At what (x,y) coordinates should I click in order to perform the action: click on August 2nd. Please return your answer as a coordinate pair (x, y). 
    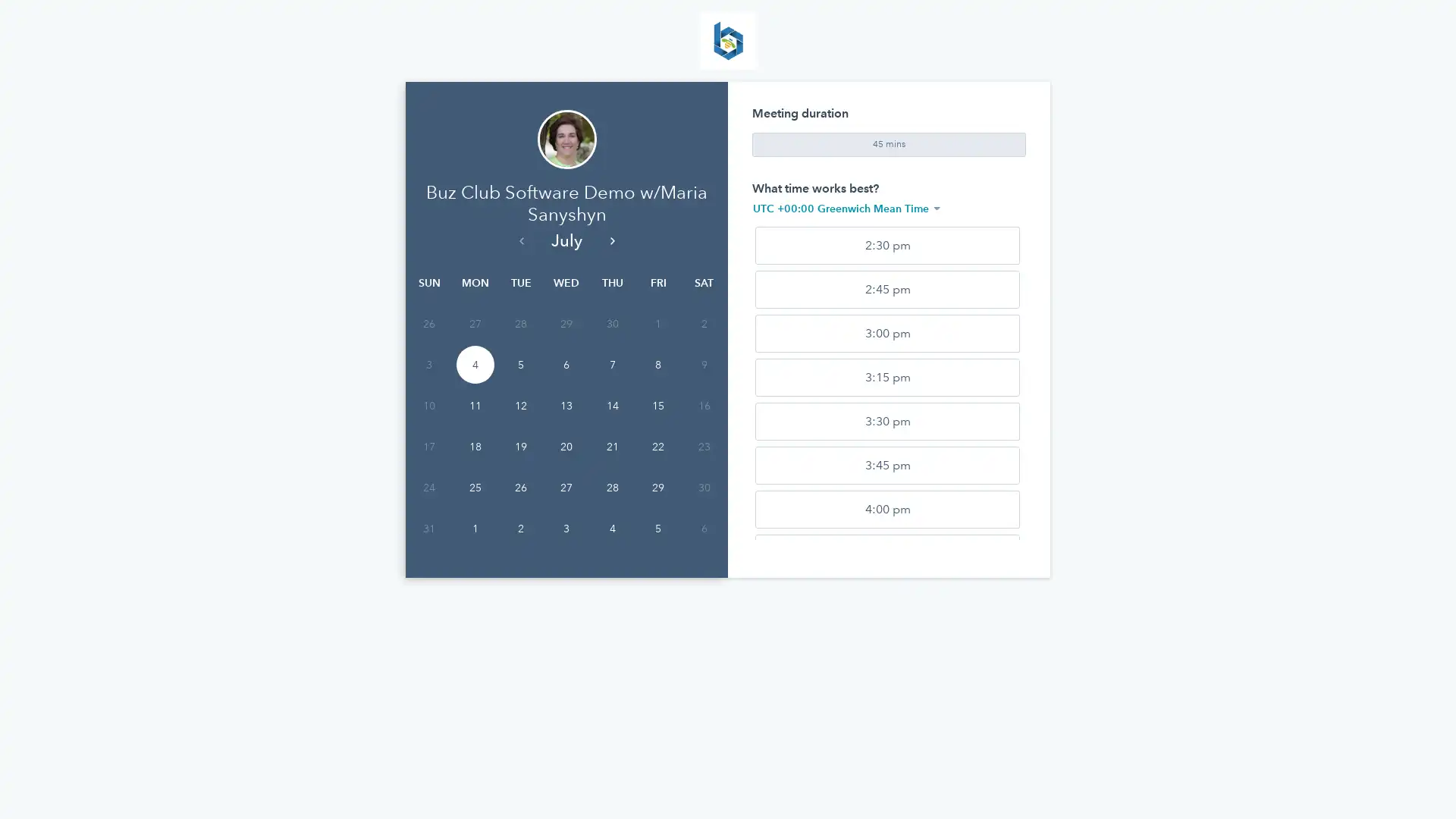
    Looking at the image, I should click on (520, 528).